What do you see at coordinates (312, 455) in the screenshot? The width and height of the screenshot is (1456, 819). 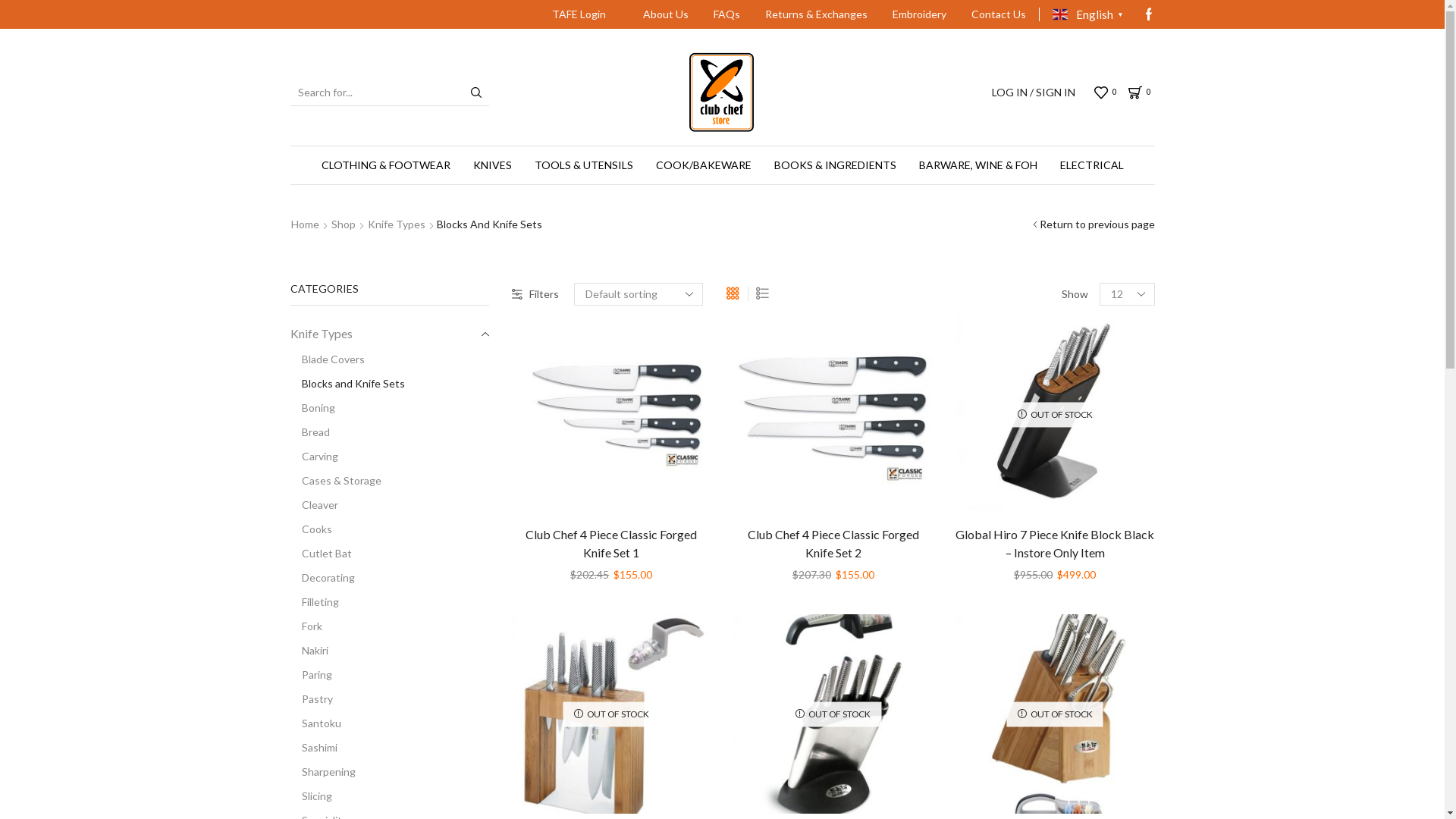 I see `'Carving'` at bounding box center [312, 455].